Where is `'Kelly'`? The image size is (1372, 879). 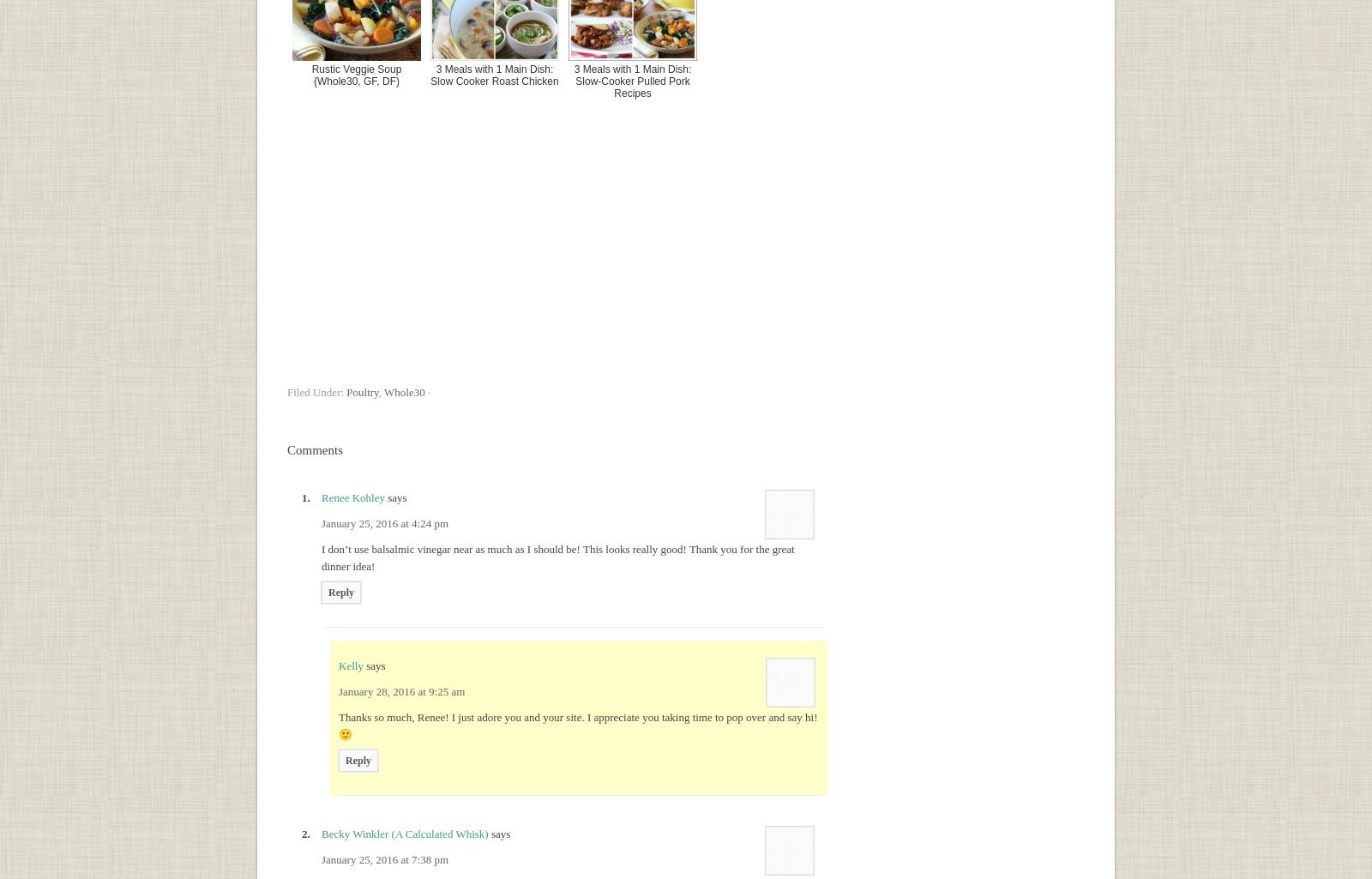
'Kelly' is located at coordinates (349, 665).